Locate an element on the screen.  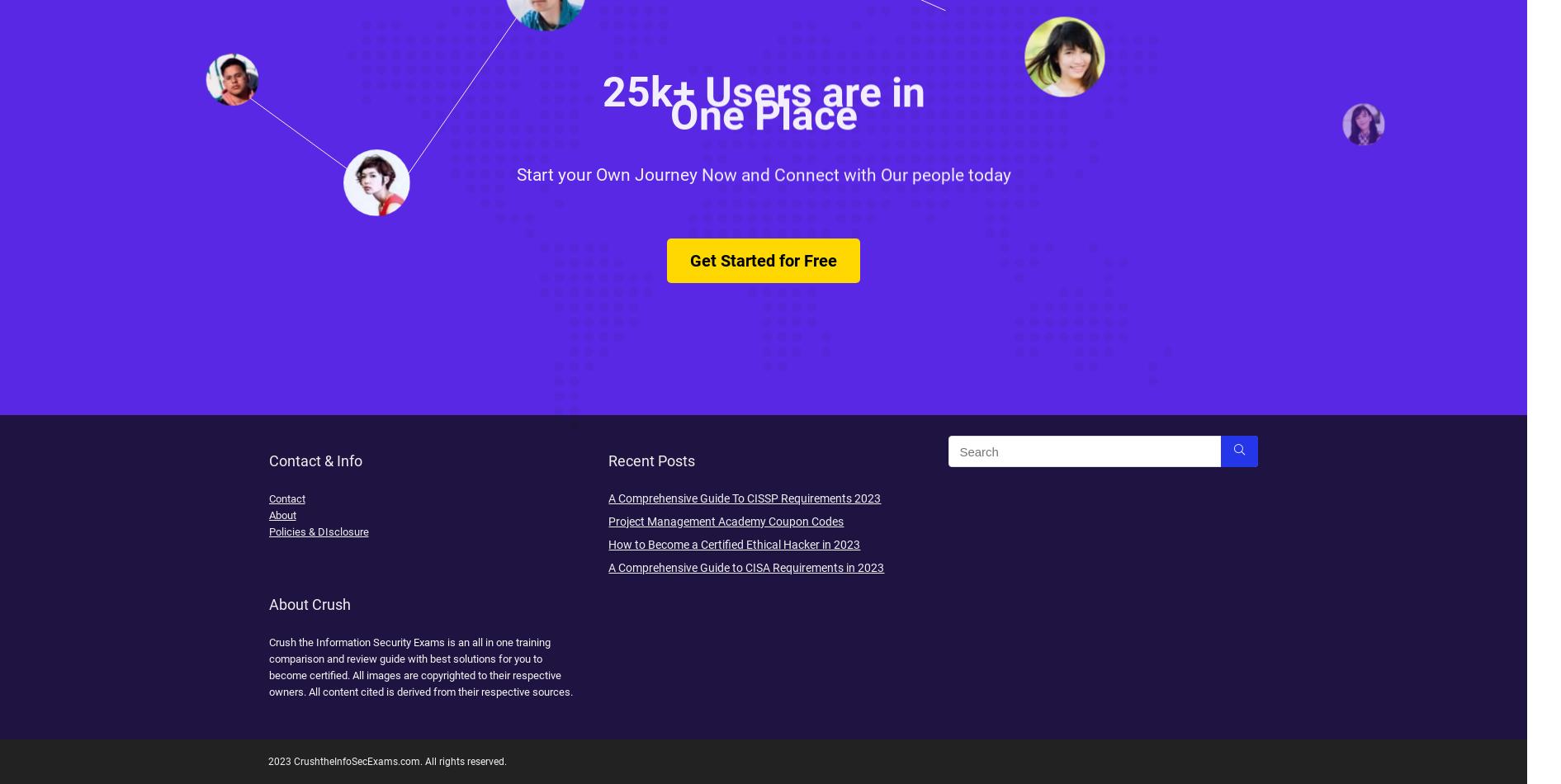
'Start your Own Journey Now and Connect with  Our people today' is located at coordinates (763, 196).